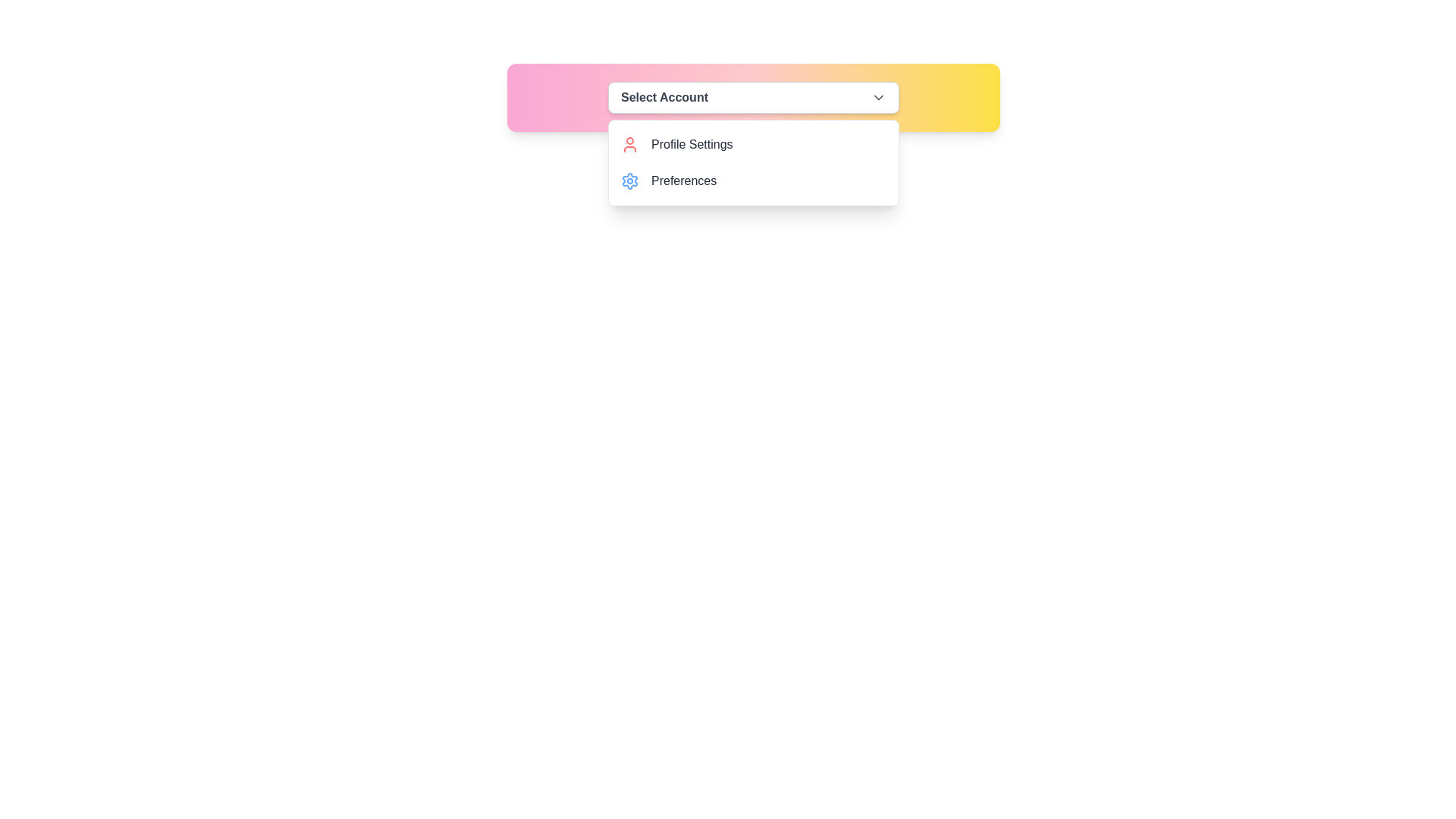  Describe the element at coordinates (629, 180) in the screenshot. I see `assistive technology` at that location.